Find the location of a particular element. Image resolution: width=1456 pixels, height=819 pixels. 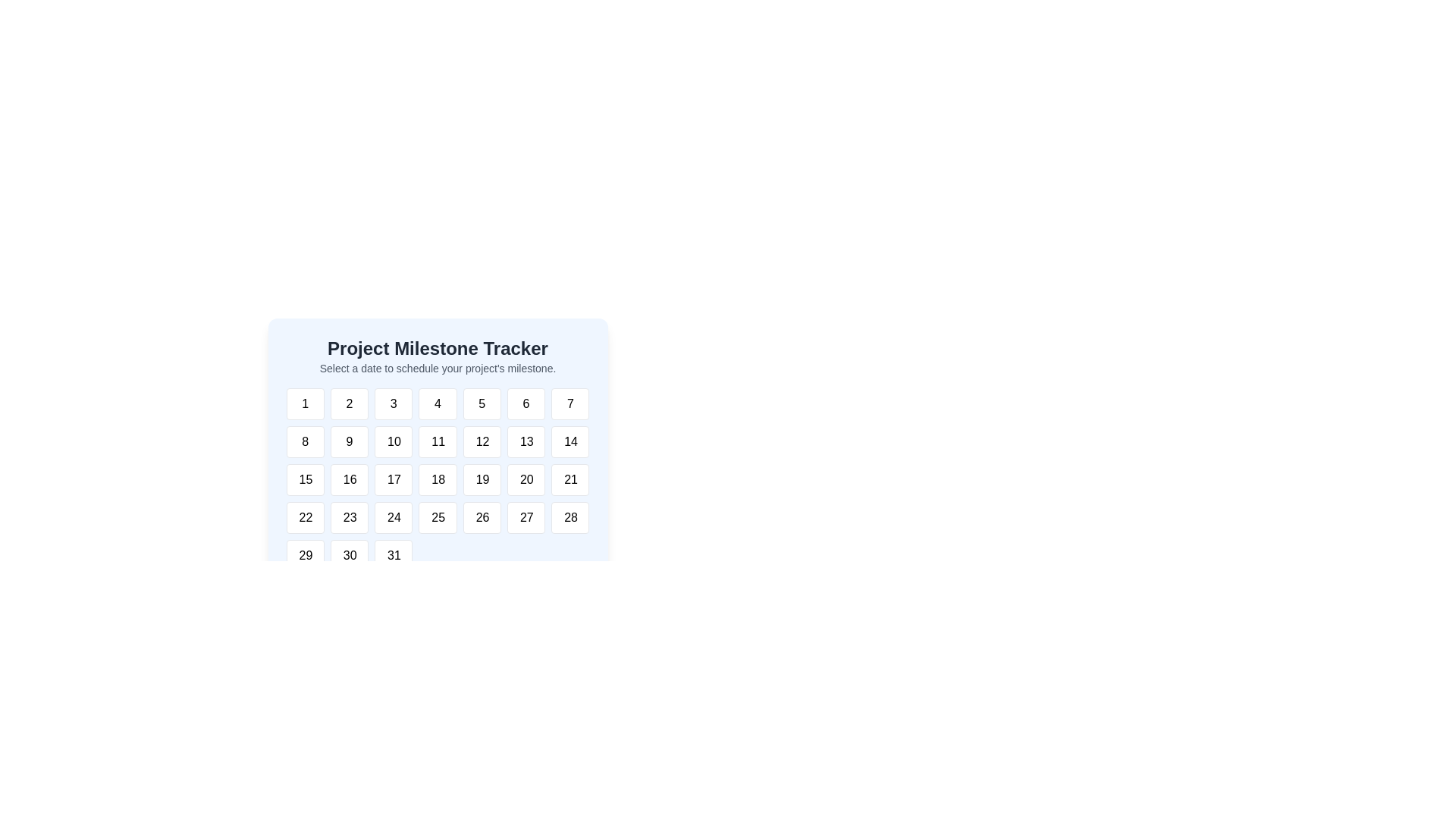

the day selection button for the 25th day in the calendar interface located below the 'Project Milestone Tracker' header is located at coordinates (437, 516).